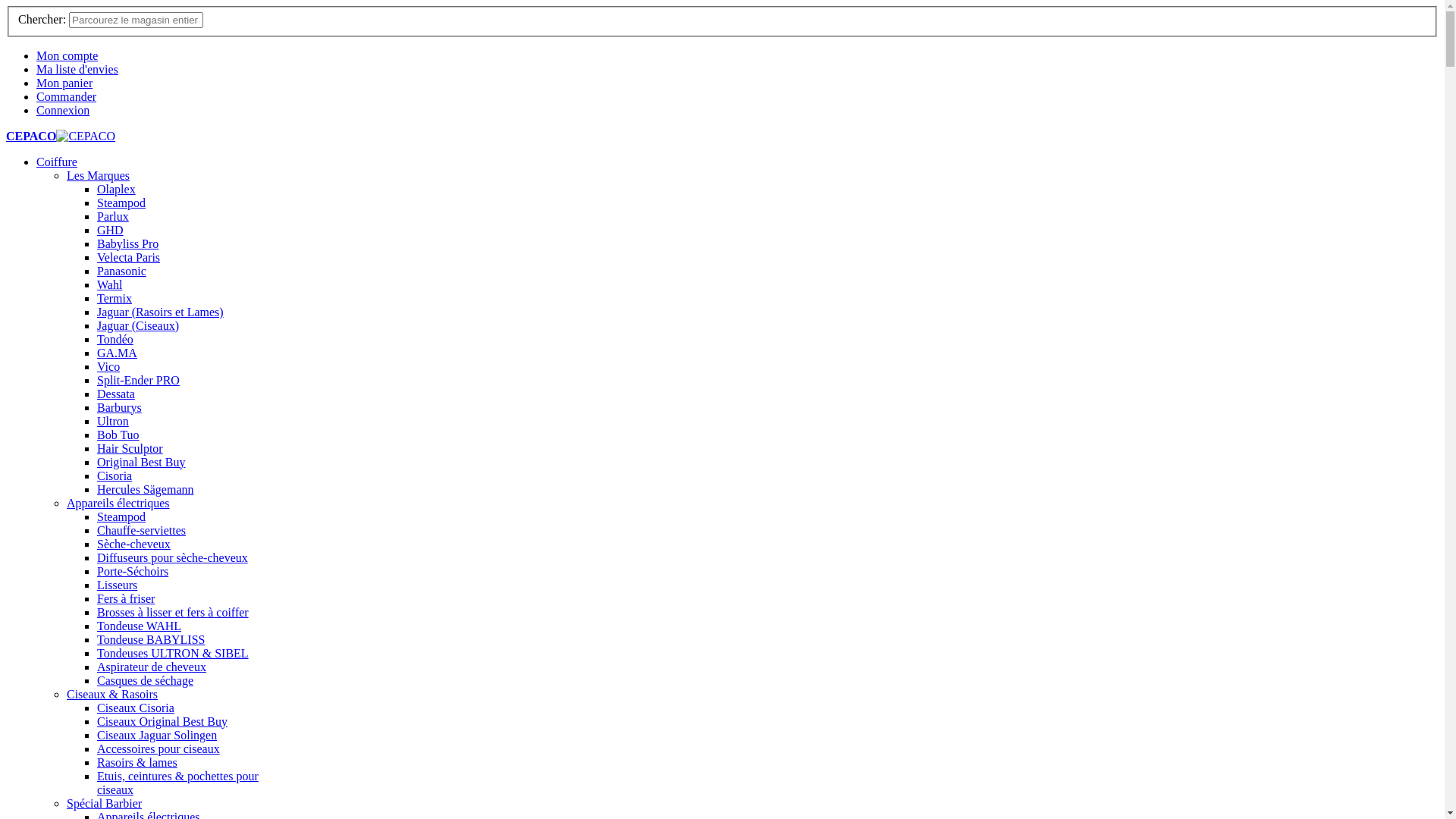 The image size is (1456, 819). Describe the element at coordinates (118, 435) in the screenshot. I see `'Bob Tuo'` at that location.